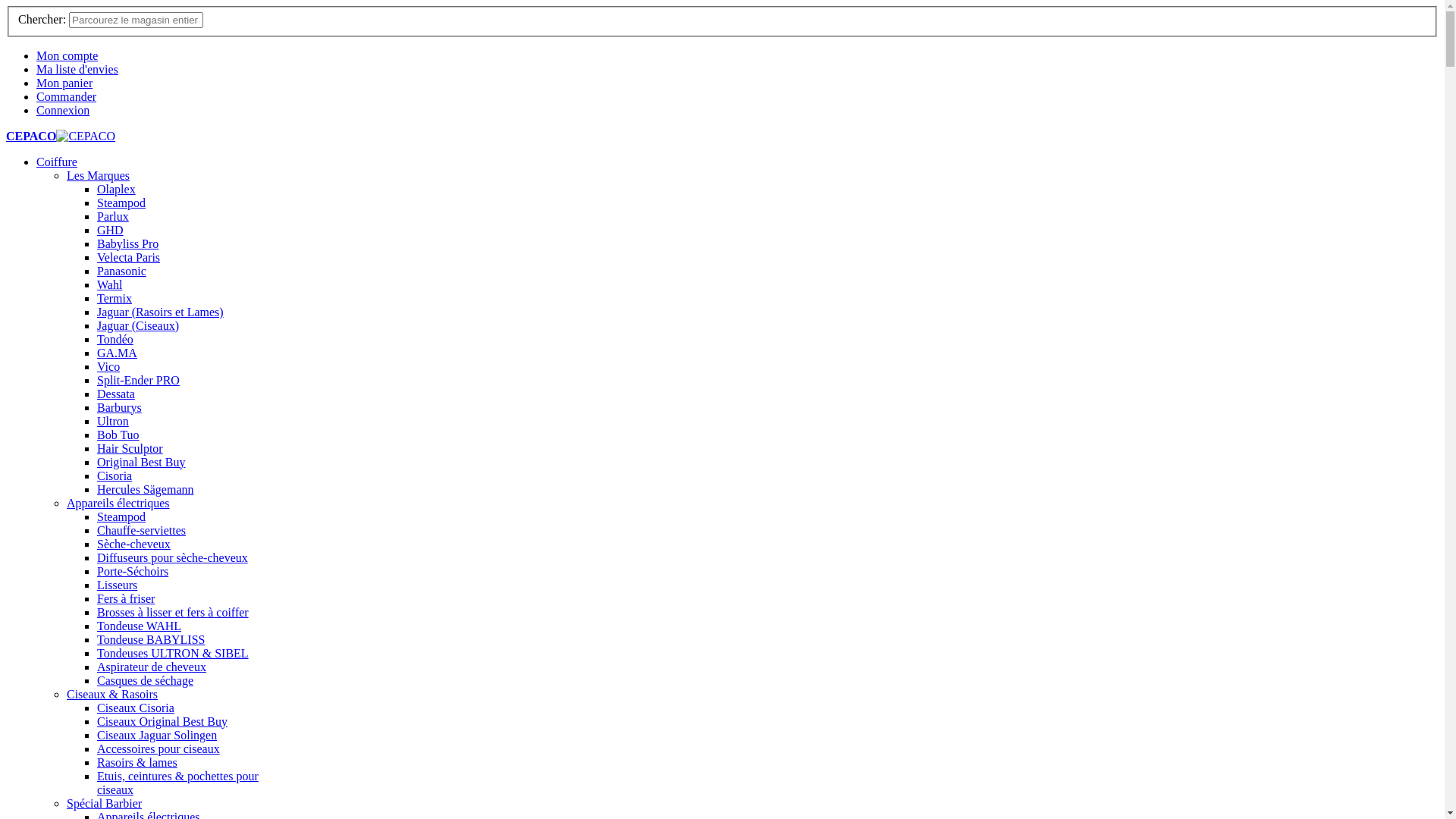 The image size is (1456, 819). Describe the element at coordinates (118, 435) in the screenshot. I see `'Bob Tuo'` at that location.